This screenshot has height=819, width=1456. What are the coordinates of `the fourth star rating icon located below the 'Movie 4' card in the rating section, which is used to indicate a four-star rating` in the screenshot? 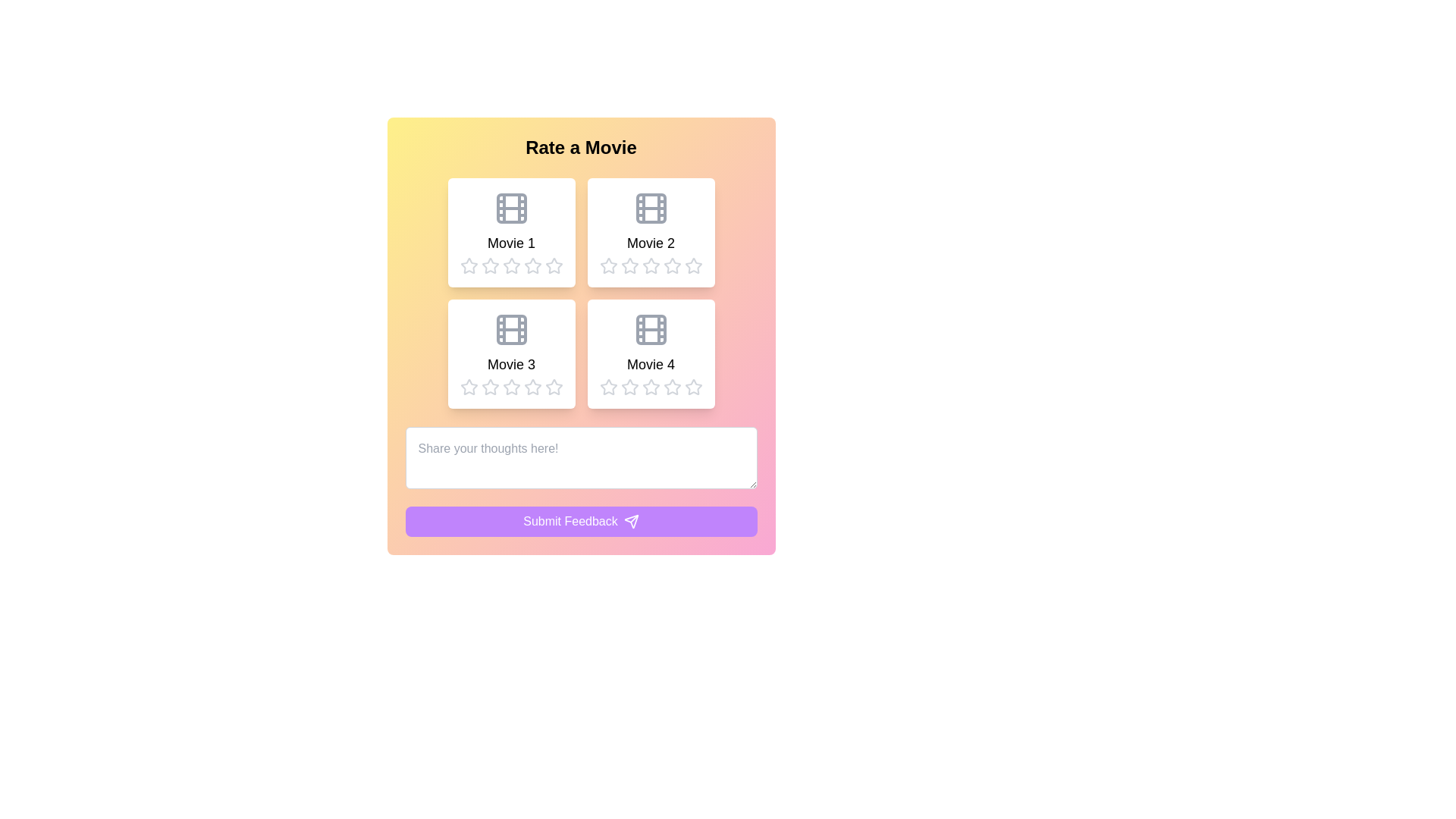 It's located at (651, 386).